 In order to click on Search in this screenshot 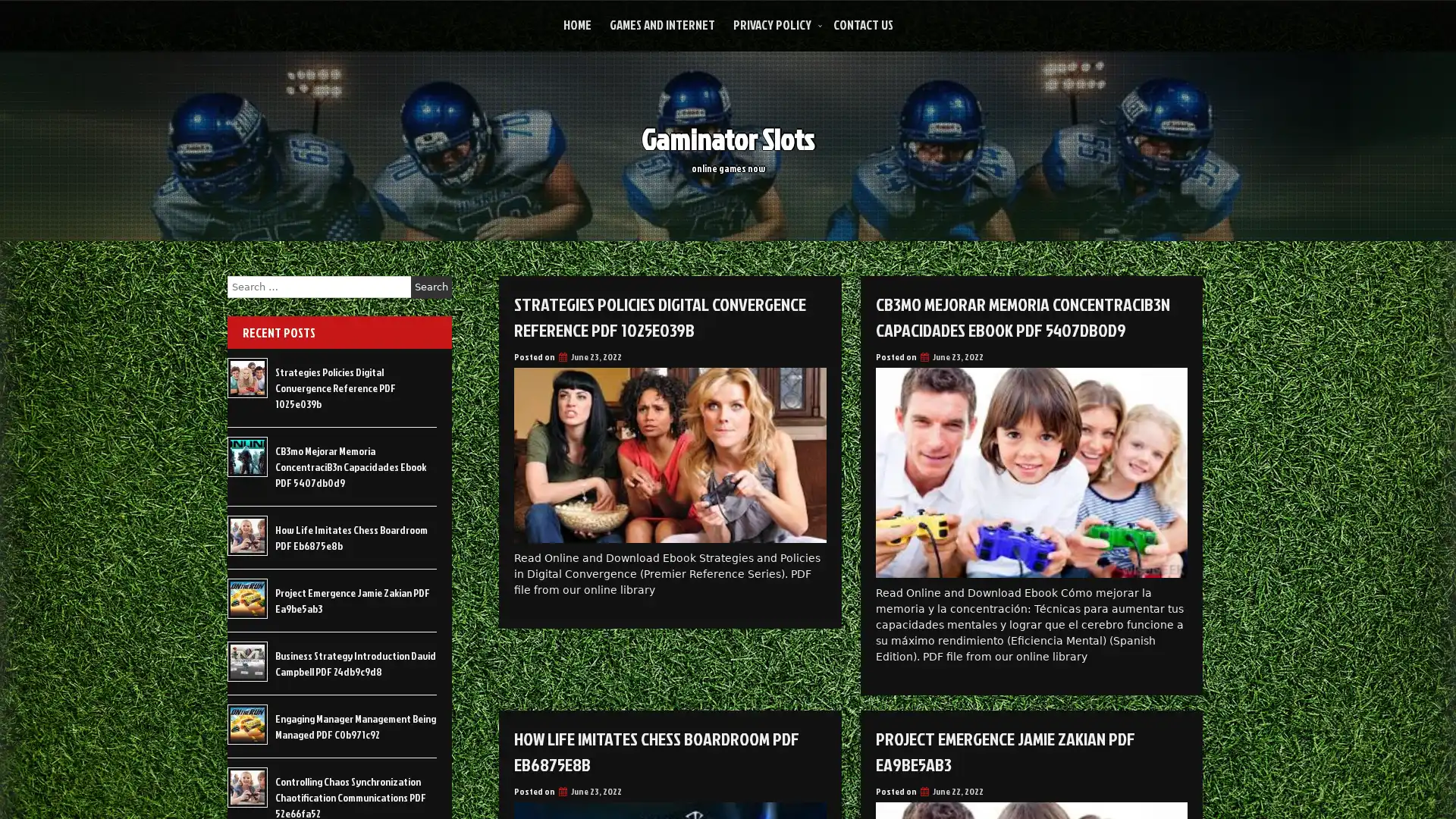, I will do `click(431, 287)`.